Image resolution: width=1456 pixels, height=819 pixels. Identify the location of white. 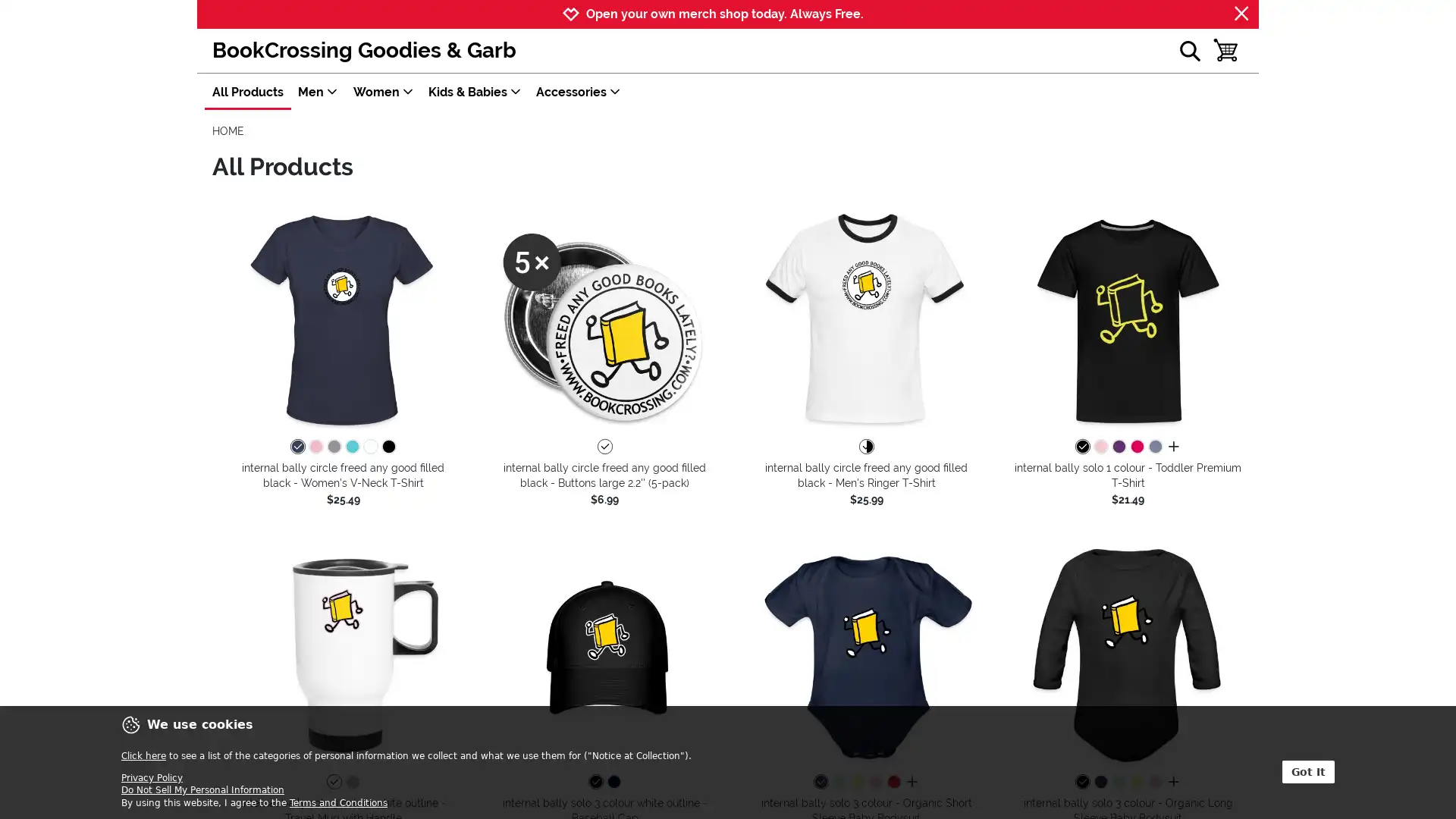
(370, 447).